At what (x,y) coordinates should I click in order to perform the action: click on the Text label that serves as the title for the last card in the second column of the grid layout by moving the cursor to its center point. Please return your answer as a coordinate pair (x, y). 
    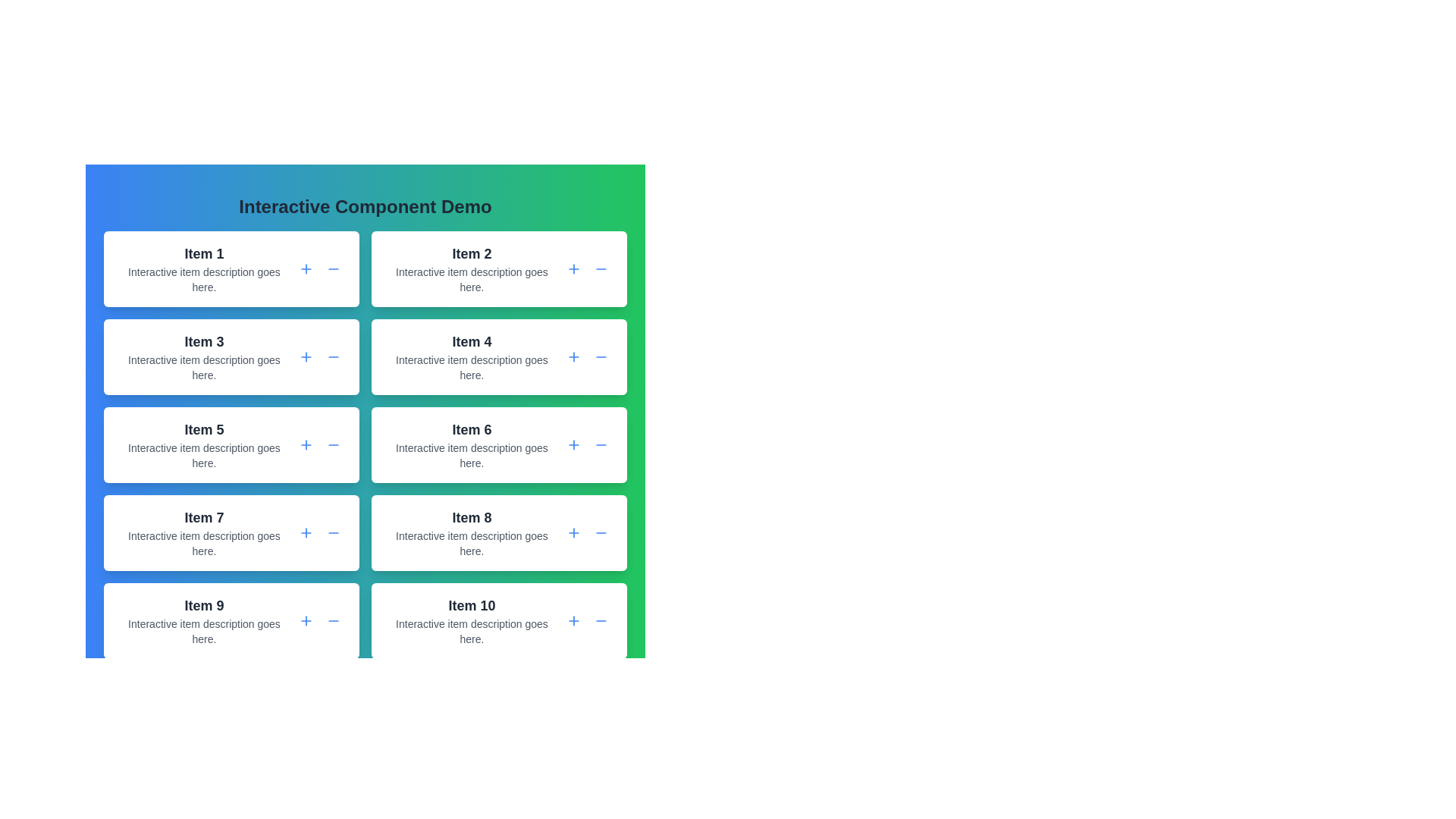
    Looking at the image, I should click on (471, 604).